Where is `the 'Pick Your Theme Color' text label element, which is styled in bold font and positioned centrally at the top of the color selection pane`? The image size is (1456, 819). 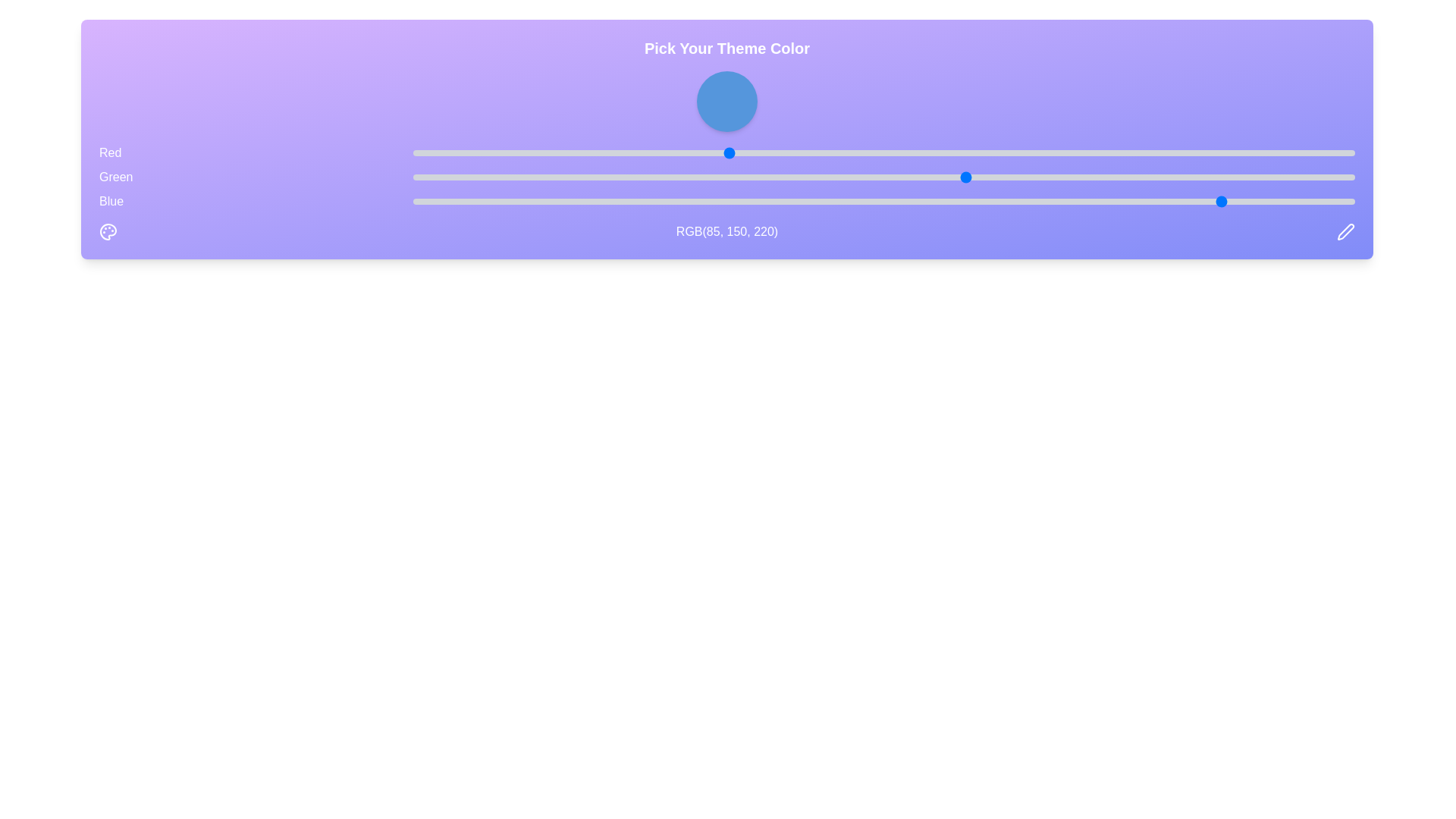 the 'Pick Your Theme Color' text label element, which is styled in bold font and positioned centrally at the top of the color selection pane is located at coordinates (726, 48).